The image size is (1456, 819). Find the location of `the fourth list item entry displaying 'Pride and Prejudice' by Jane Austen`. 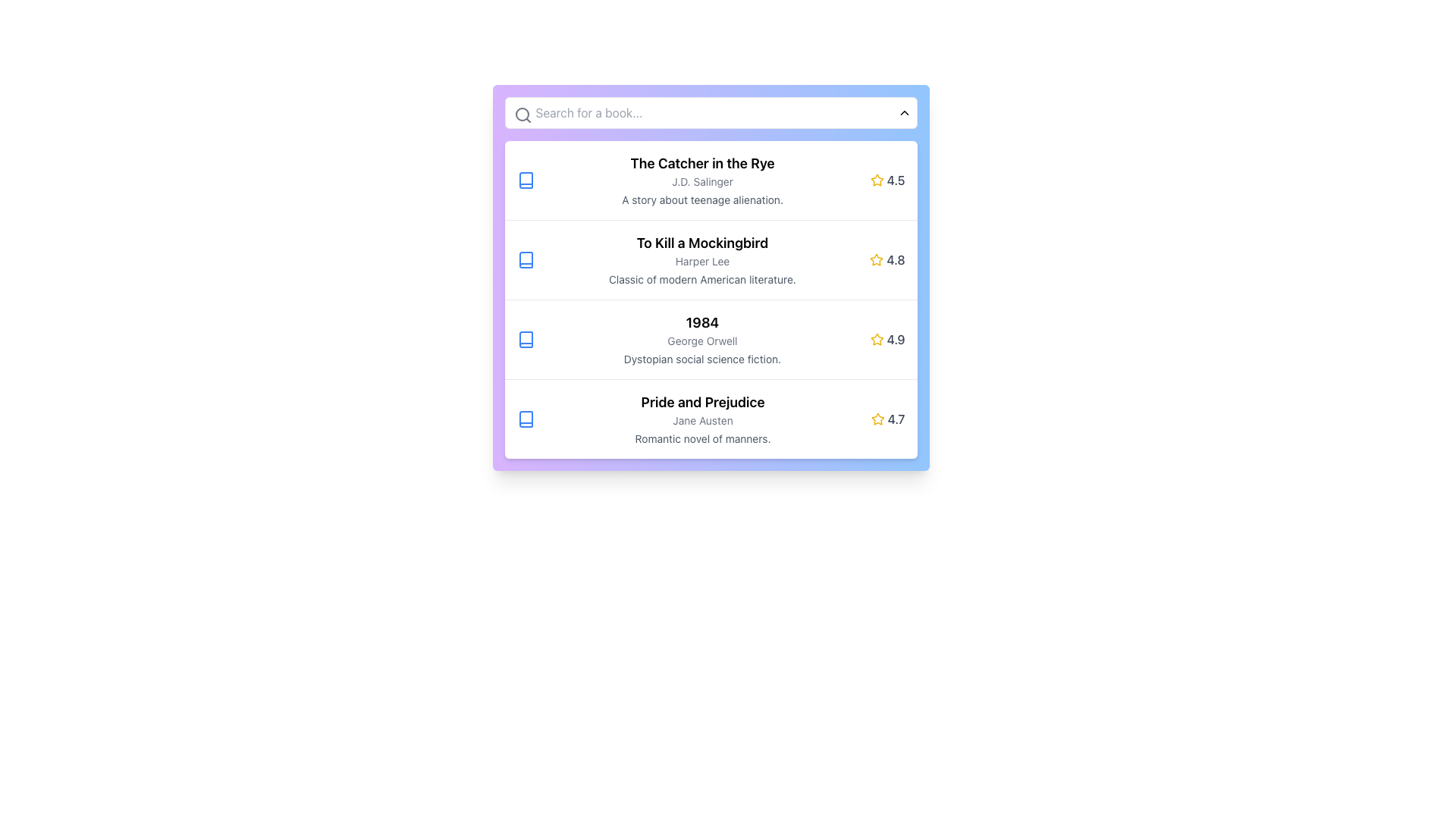

the fourth list item entry displaying 'Pride and Prejudice' by Jane Austen is located at coordinates (710, 419).